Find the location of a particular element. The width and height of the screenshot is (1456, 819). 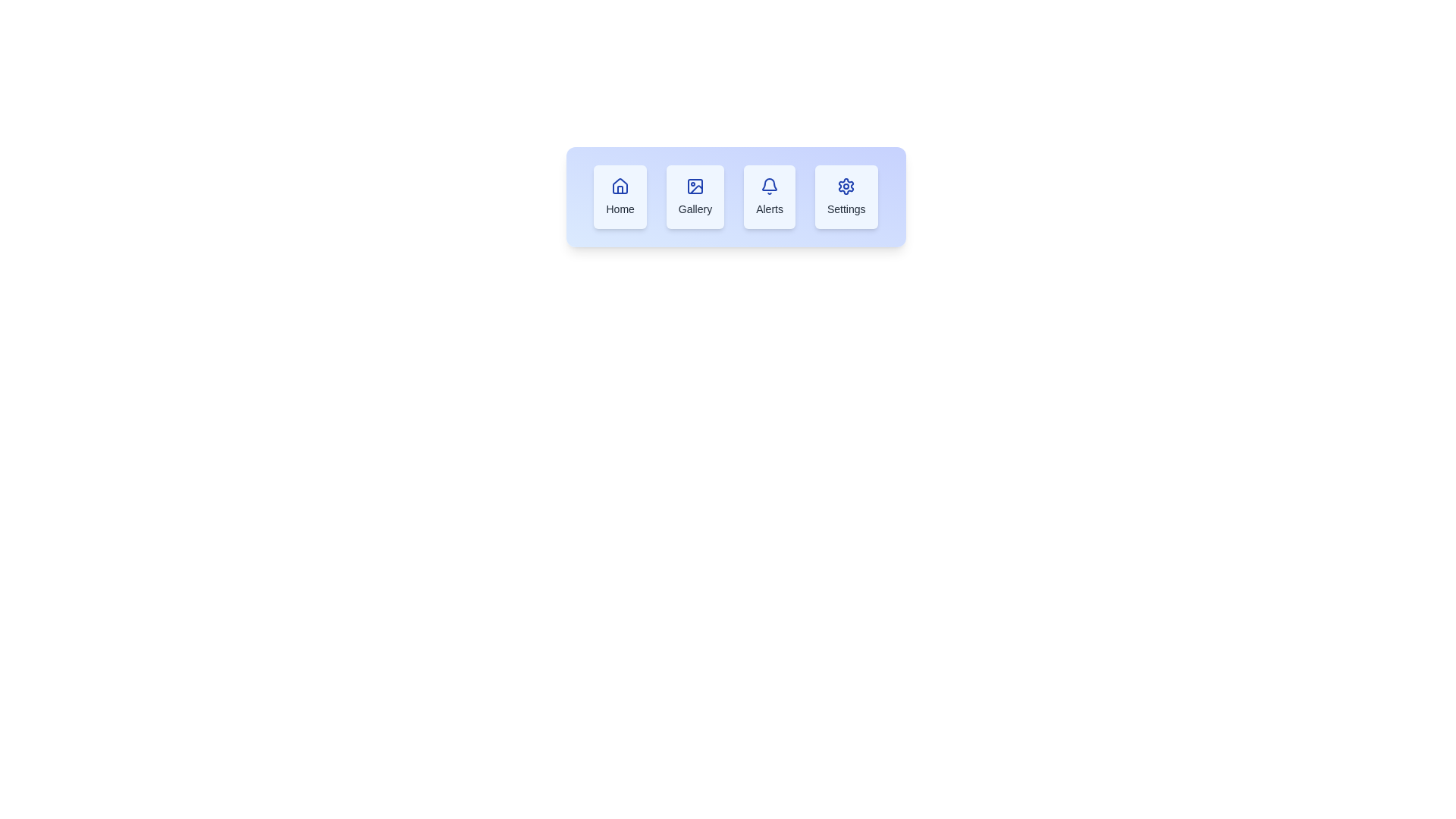

the 'Home' button icon, which is represented by the first icon in a group of four icons, to trigger the related action is located at coordinates (620, 189).